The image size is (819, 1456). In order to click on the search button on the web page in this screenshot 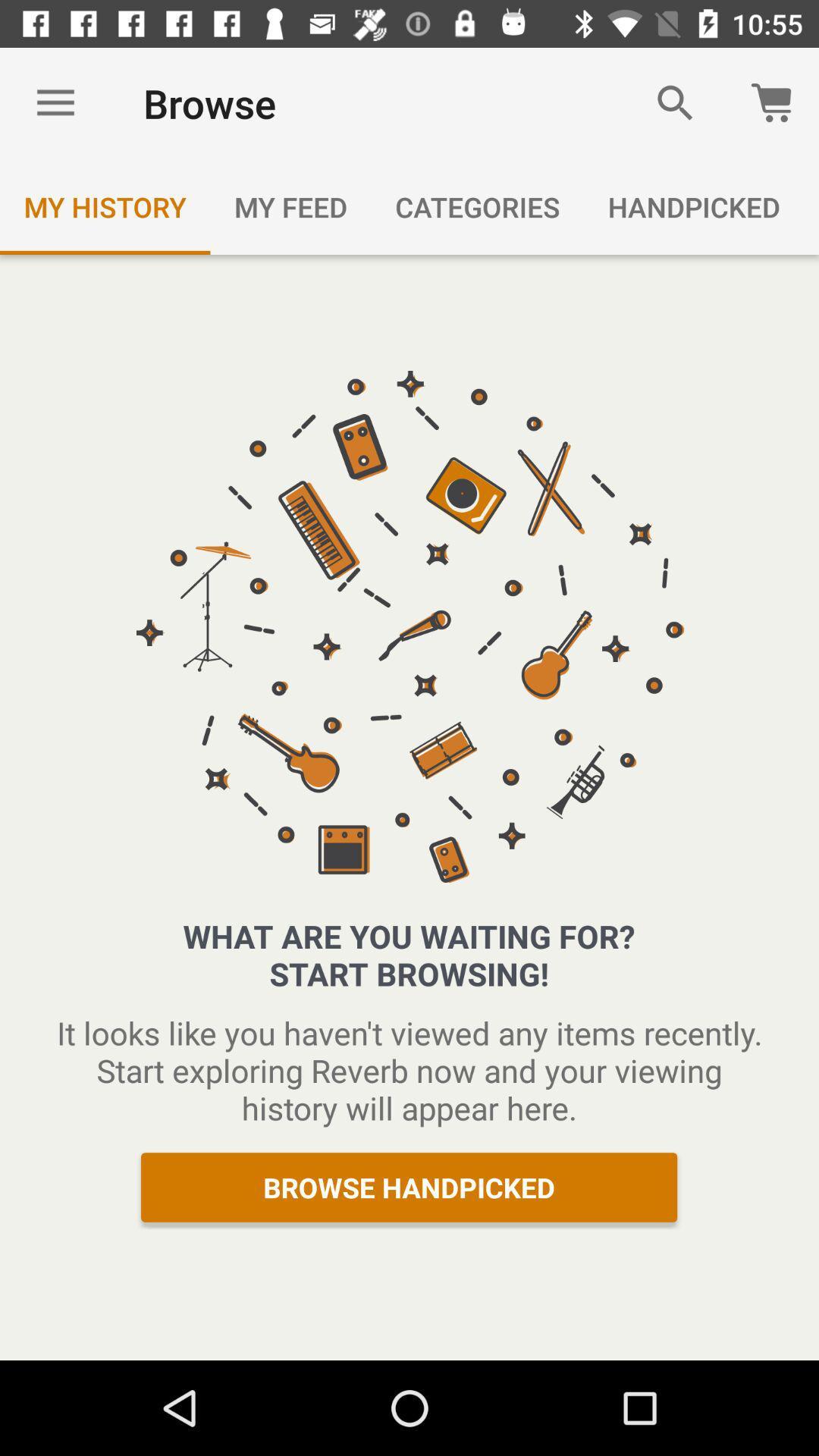, I will do `click(675, 103)`.